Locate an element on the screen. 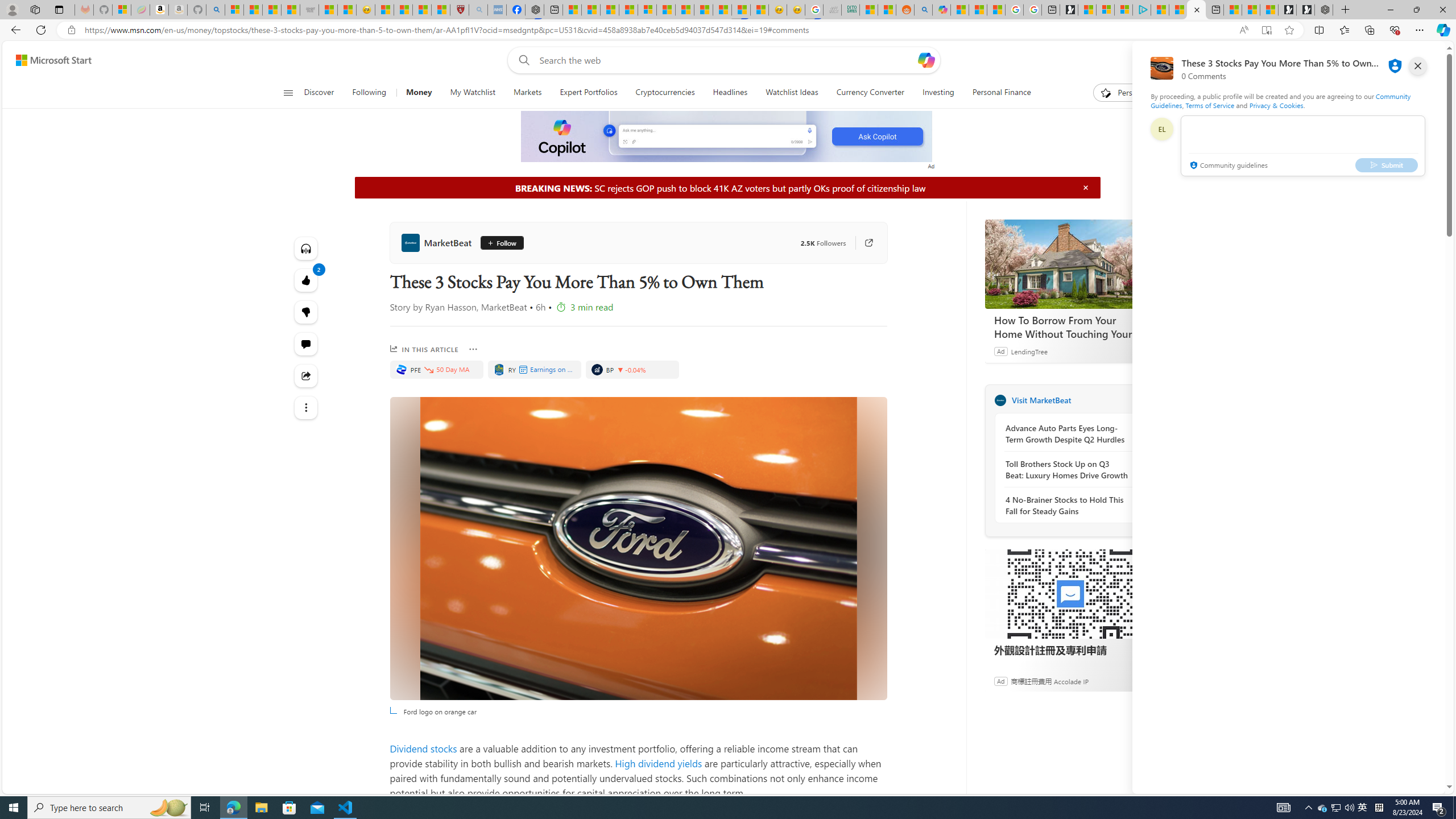  'Advance Auto Parts Eyes Long-Term Growth Despite Q2 Hurdles' is located at coordinates (1066, 433).